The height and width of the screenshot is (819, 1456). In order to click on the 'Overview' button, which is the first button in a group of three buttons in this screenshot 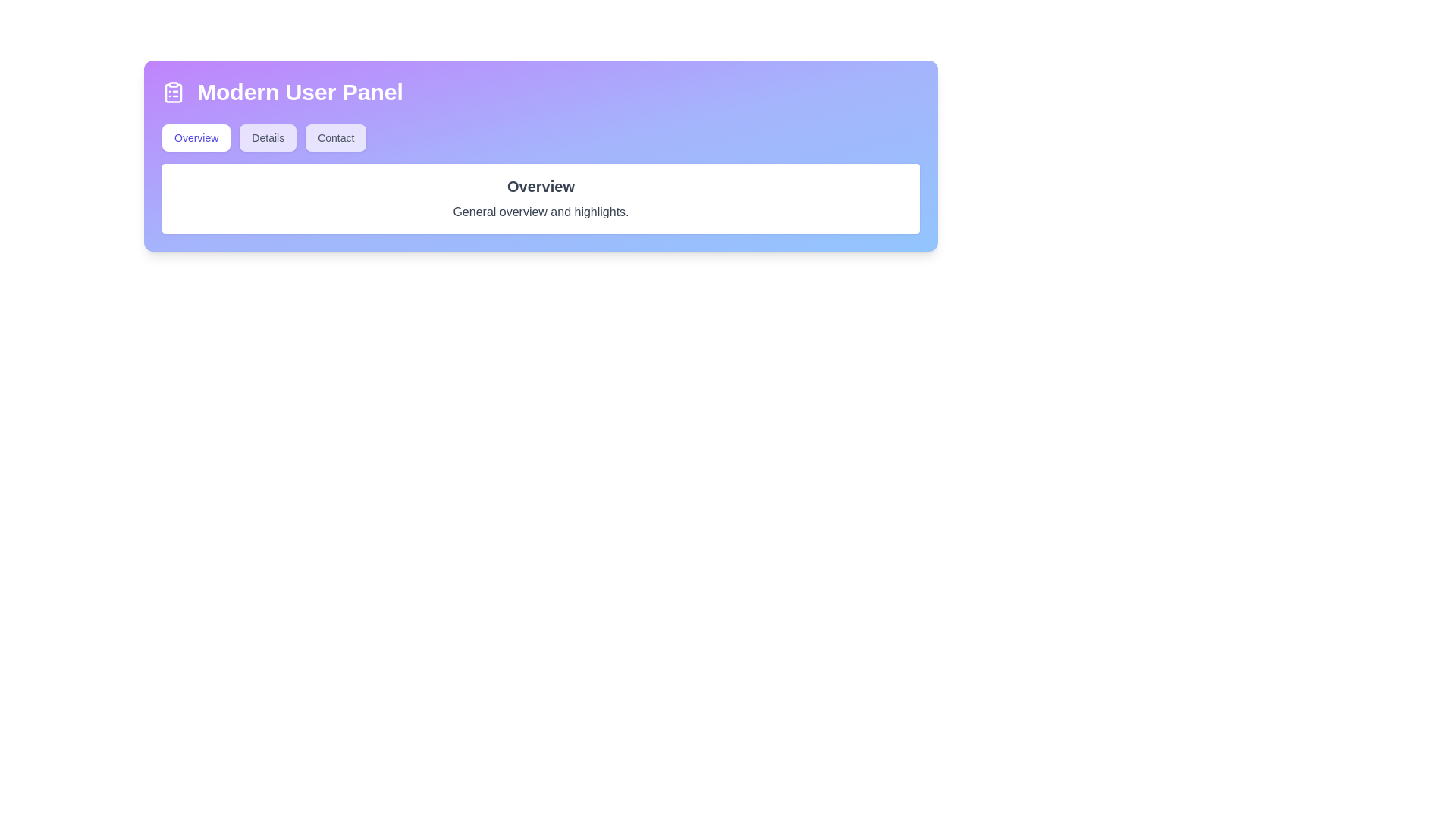, I will do `click(196, 137)`.